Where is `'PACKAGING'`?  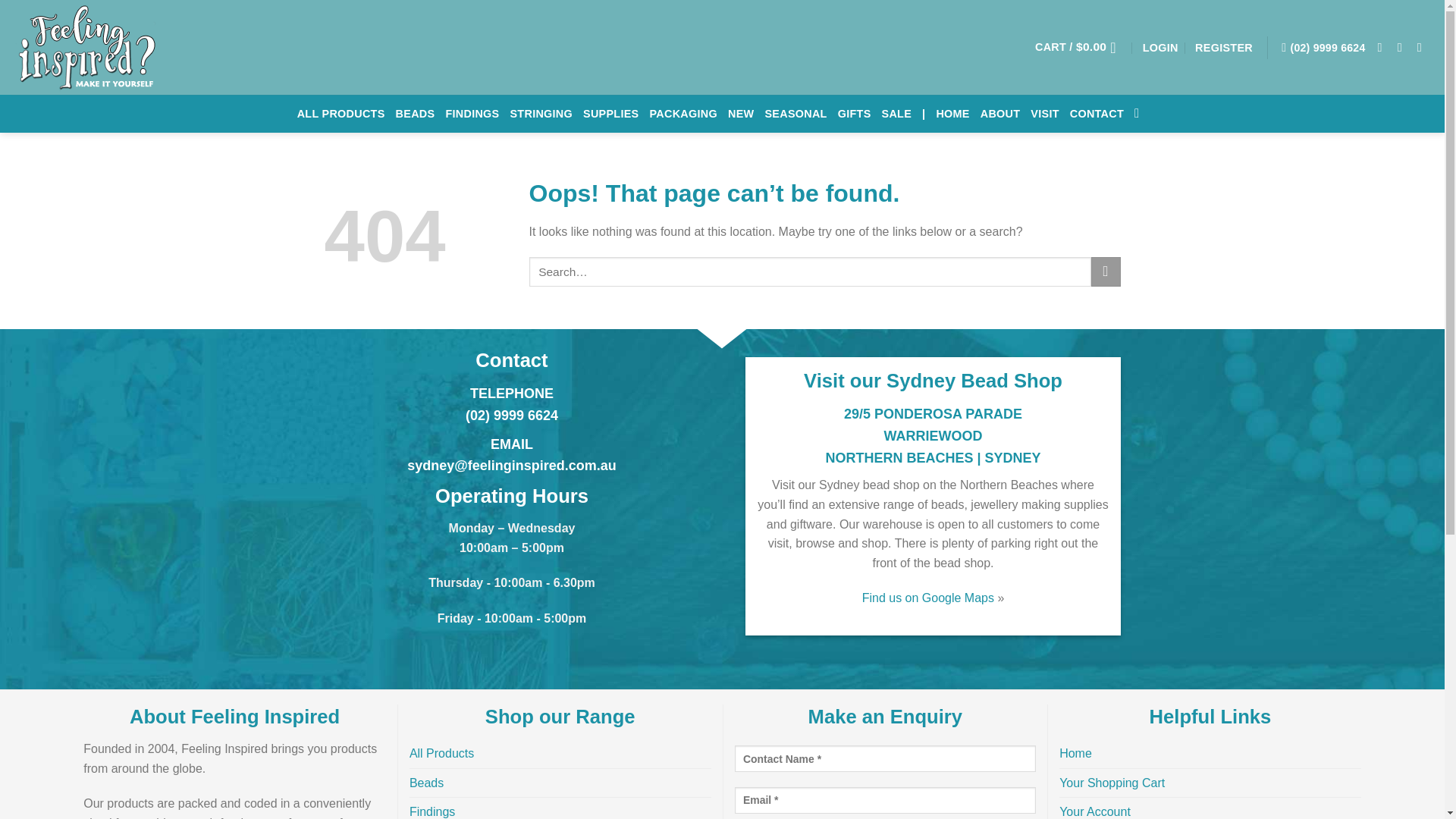
'PACKAGING' is located at coordinates (682, 113).